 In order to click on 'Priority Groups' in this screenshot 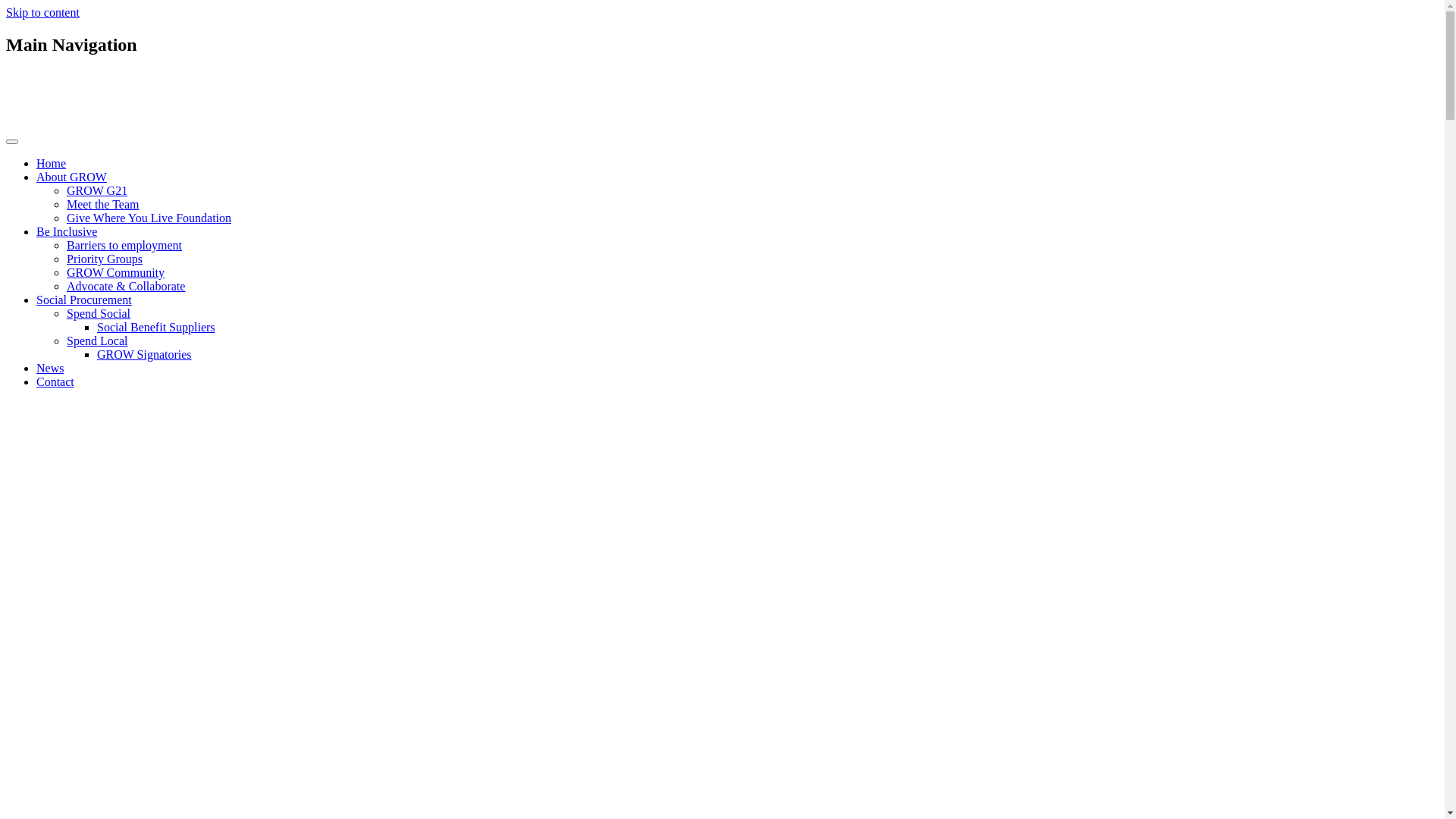, I will do `click(104, 258)`.